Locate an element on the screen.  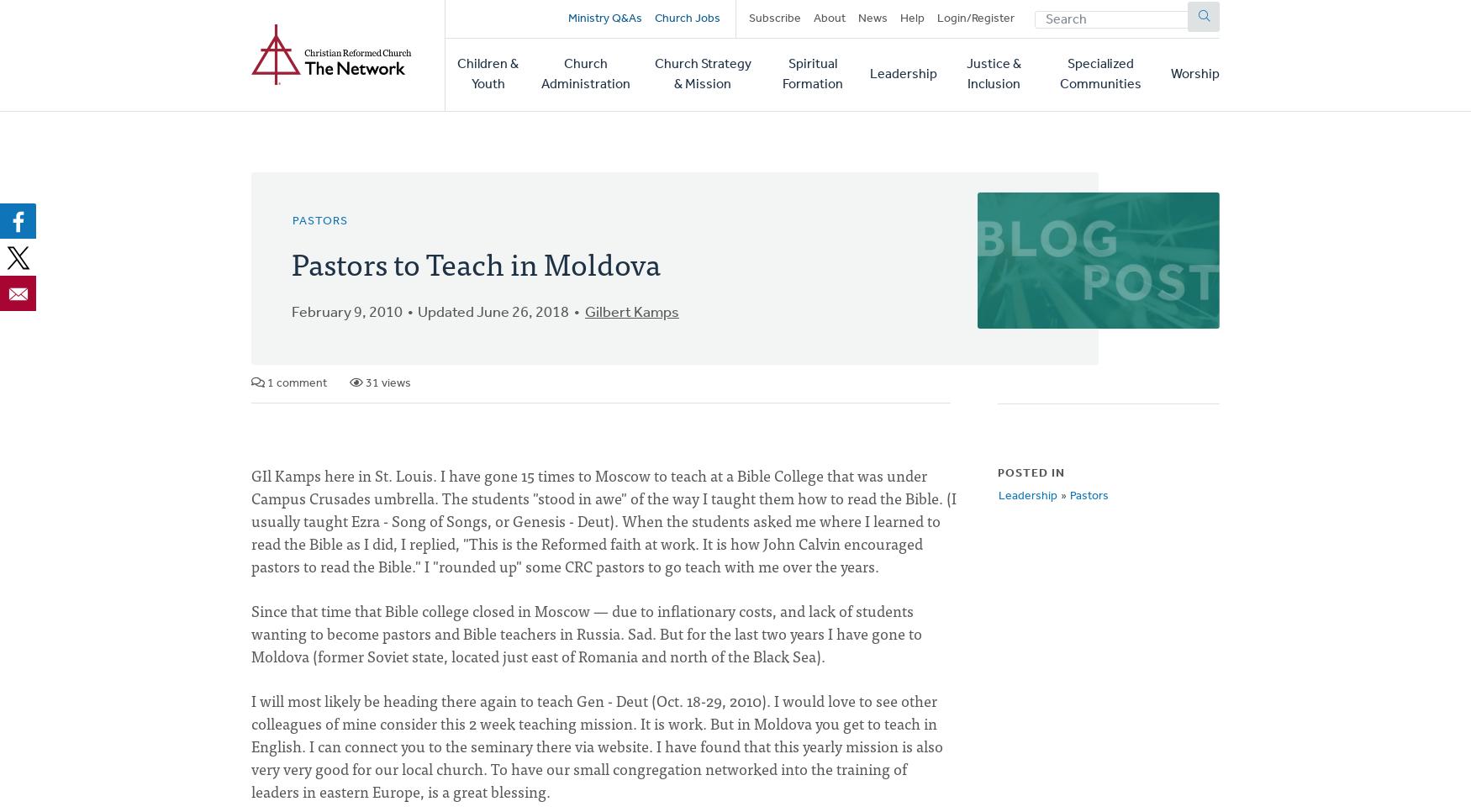
'Updated June 26, 2018' is located at coordinates (417, 312).